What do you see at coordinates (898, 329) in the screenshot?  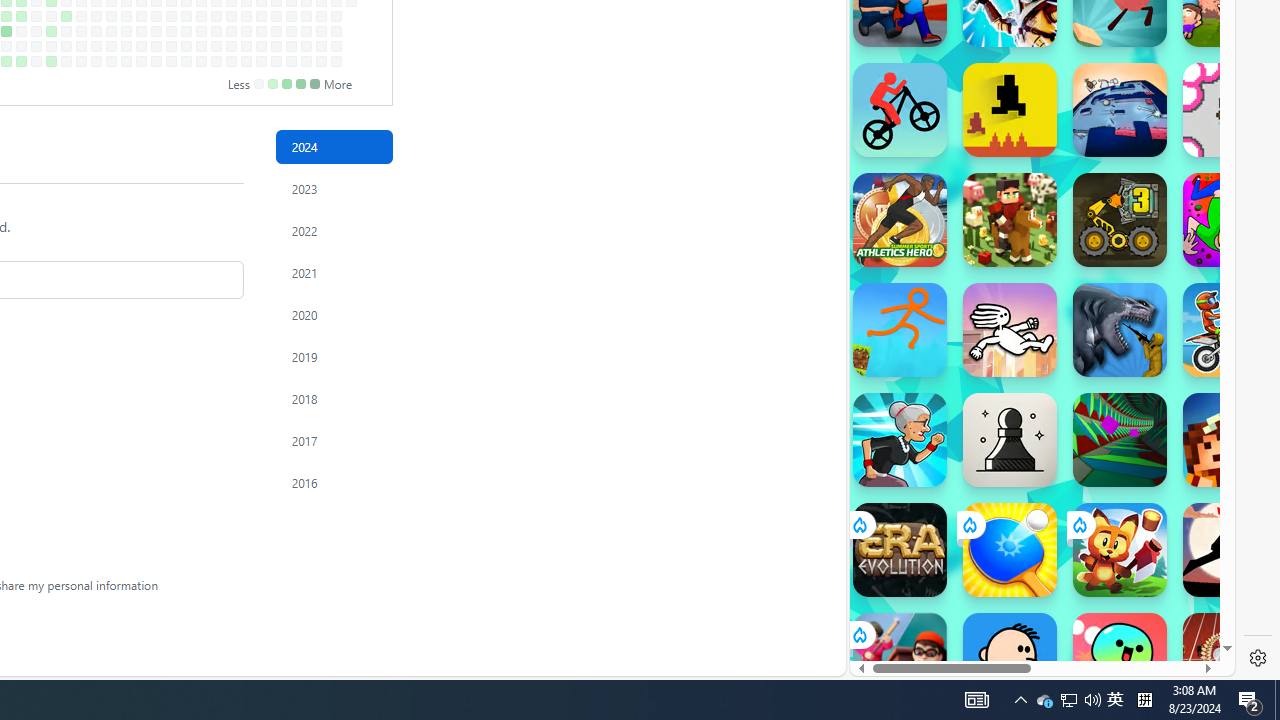 I see `'Stickman Parkour Skyland'` at bounding box center [898, 329].